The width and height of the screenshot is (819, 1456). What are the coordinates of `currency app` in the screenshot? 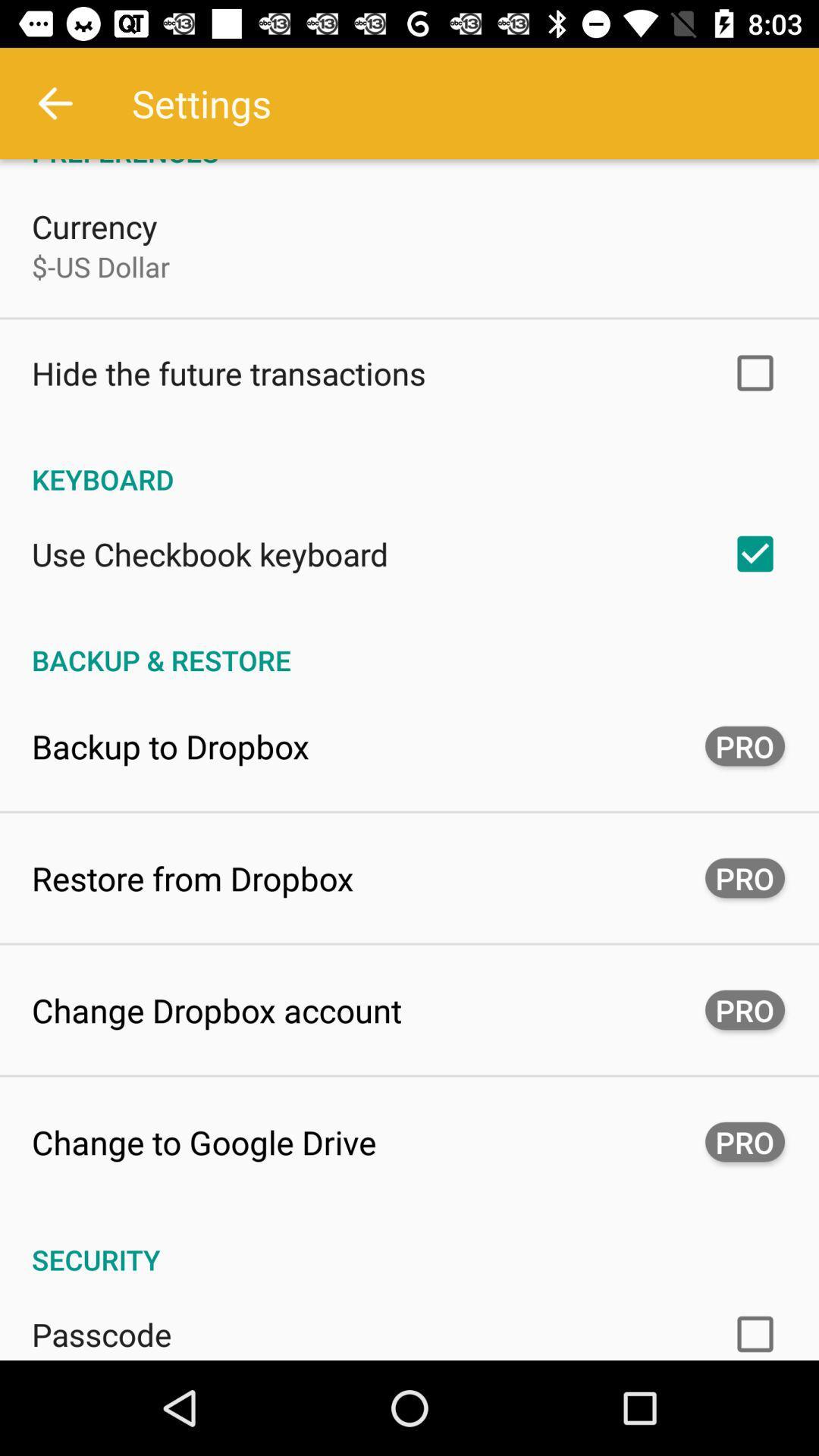 It's located at (94, 225).